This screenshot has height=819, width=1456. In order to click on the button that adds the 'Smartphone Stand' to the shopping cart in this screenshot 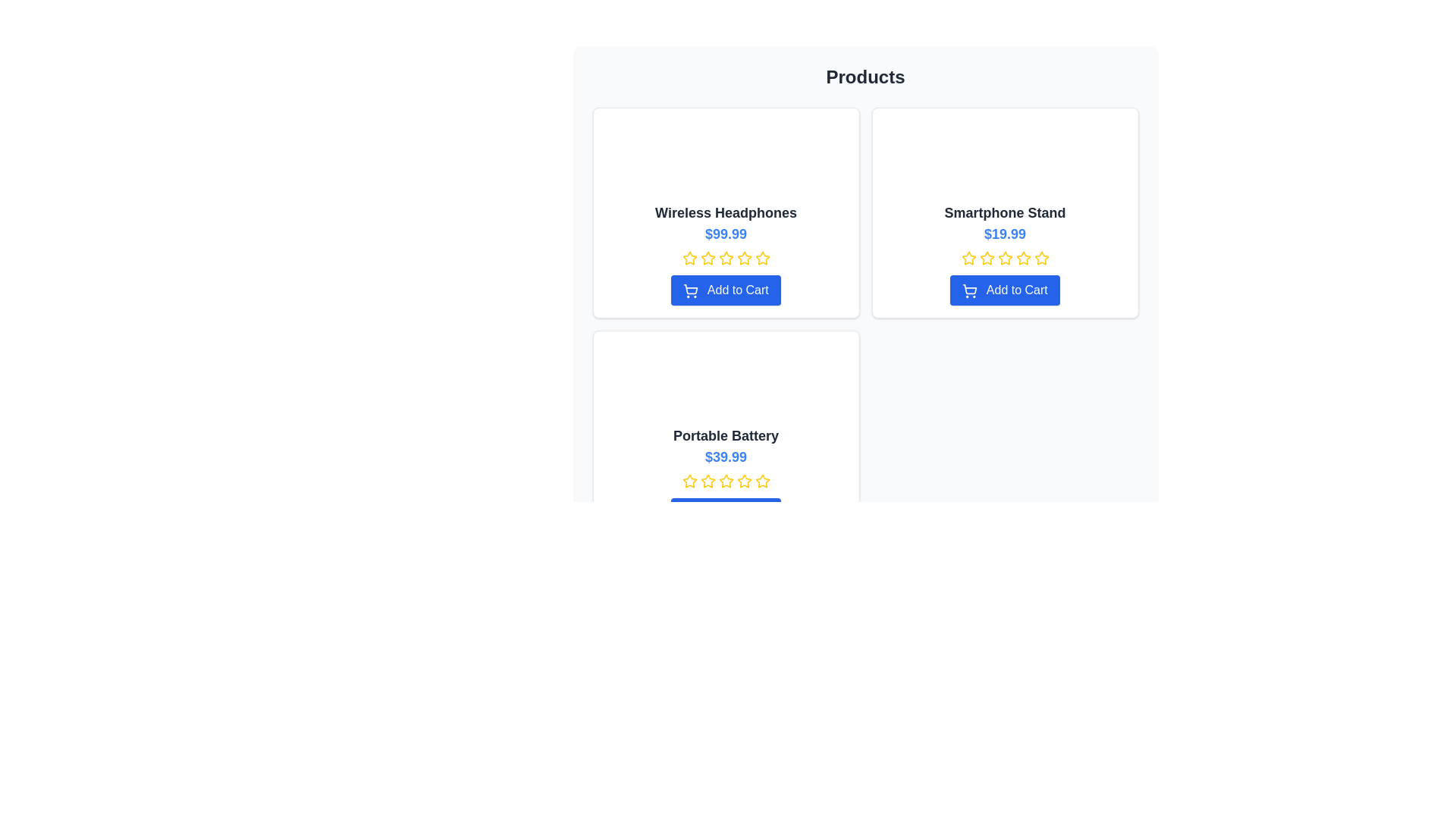, I will do `click(1005, 290)`.